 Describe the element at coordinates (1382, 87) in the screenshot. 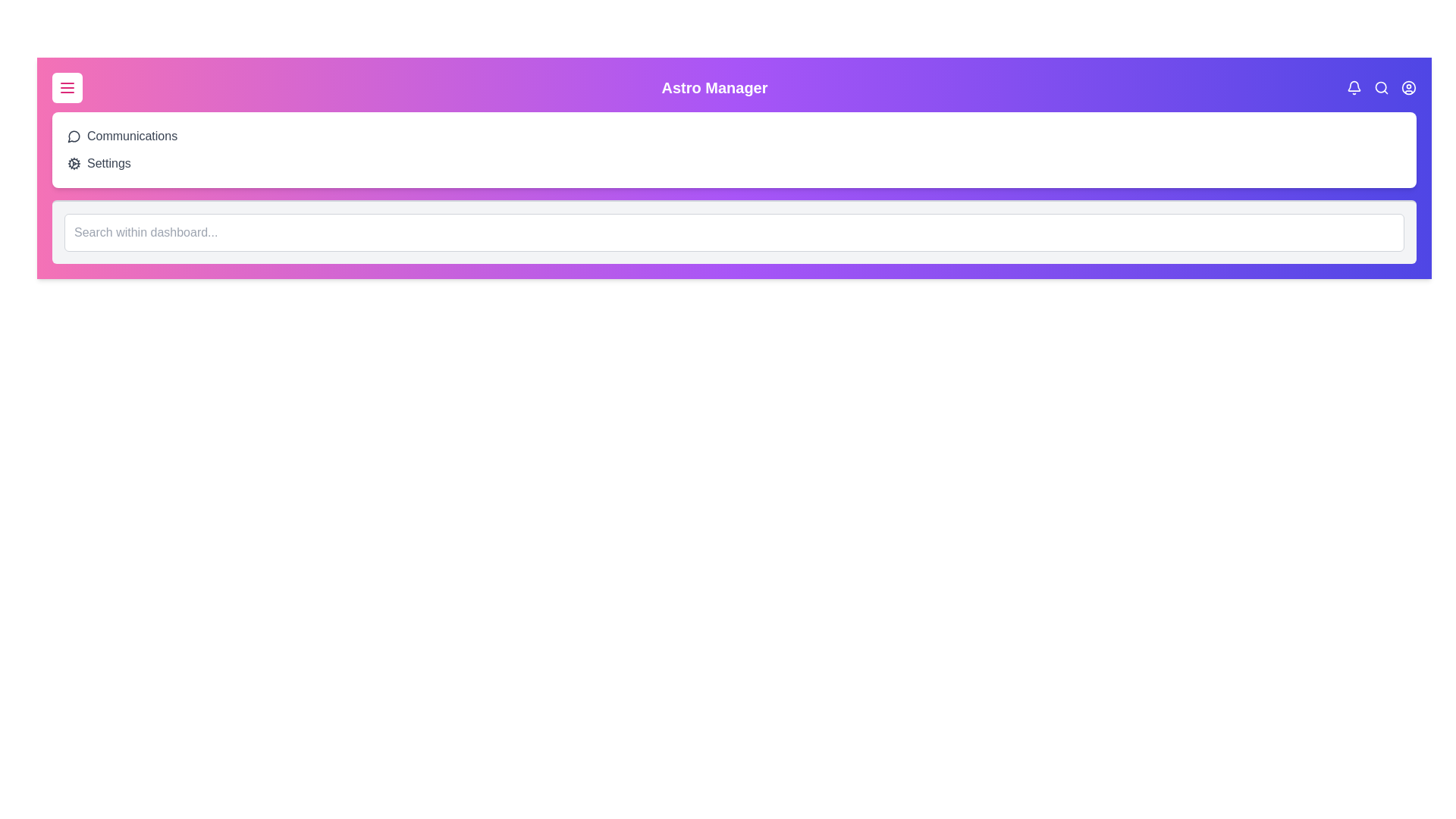

I see `the search icon to toggle the search bar` at that location.